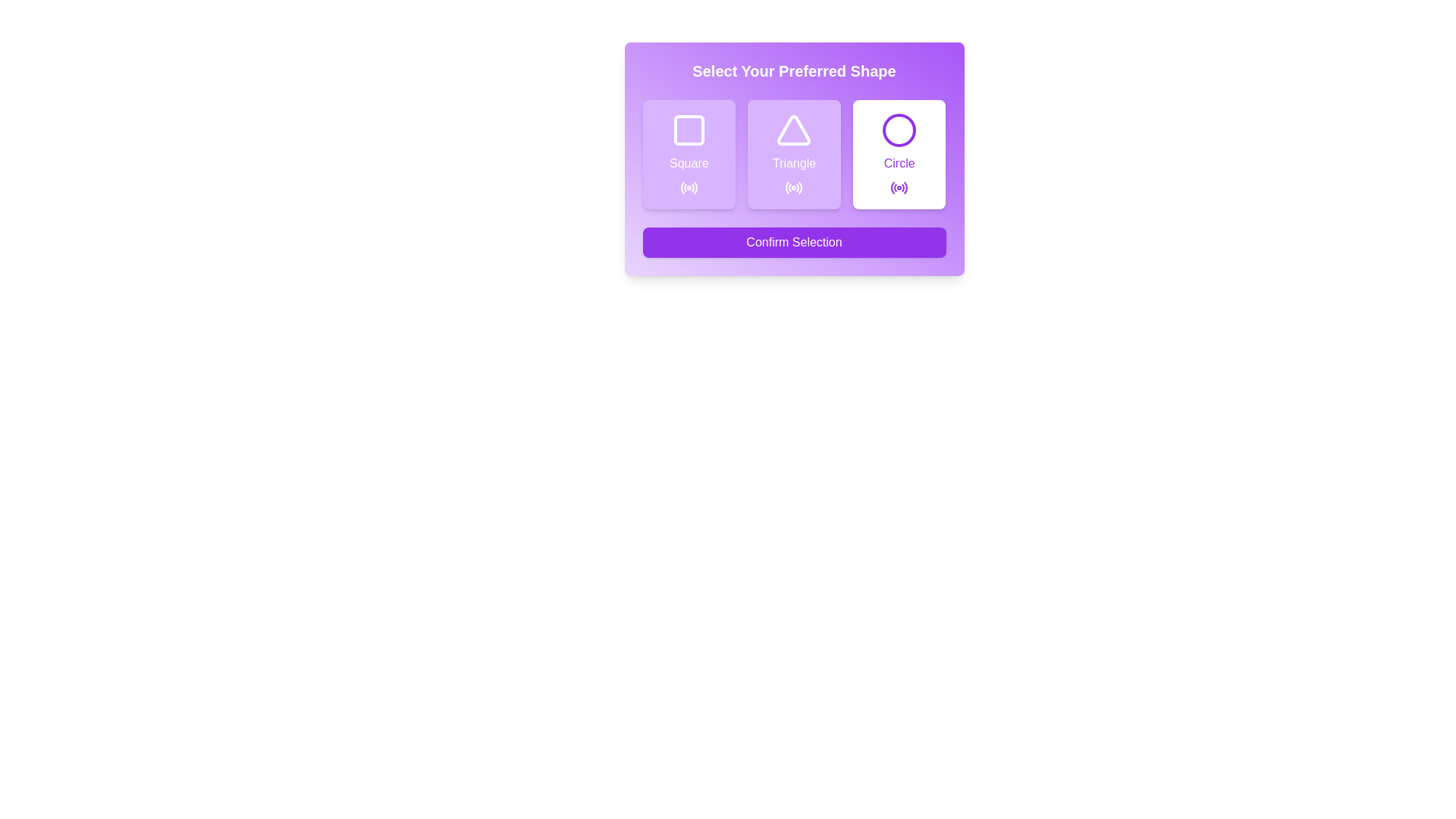  Describe the element at coordinates (793, 187) in the screenshot. I see `the icon indicating the 'Triangle' option, which is the third icon beneath the triangle illustration within its card` at that location.